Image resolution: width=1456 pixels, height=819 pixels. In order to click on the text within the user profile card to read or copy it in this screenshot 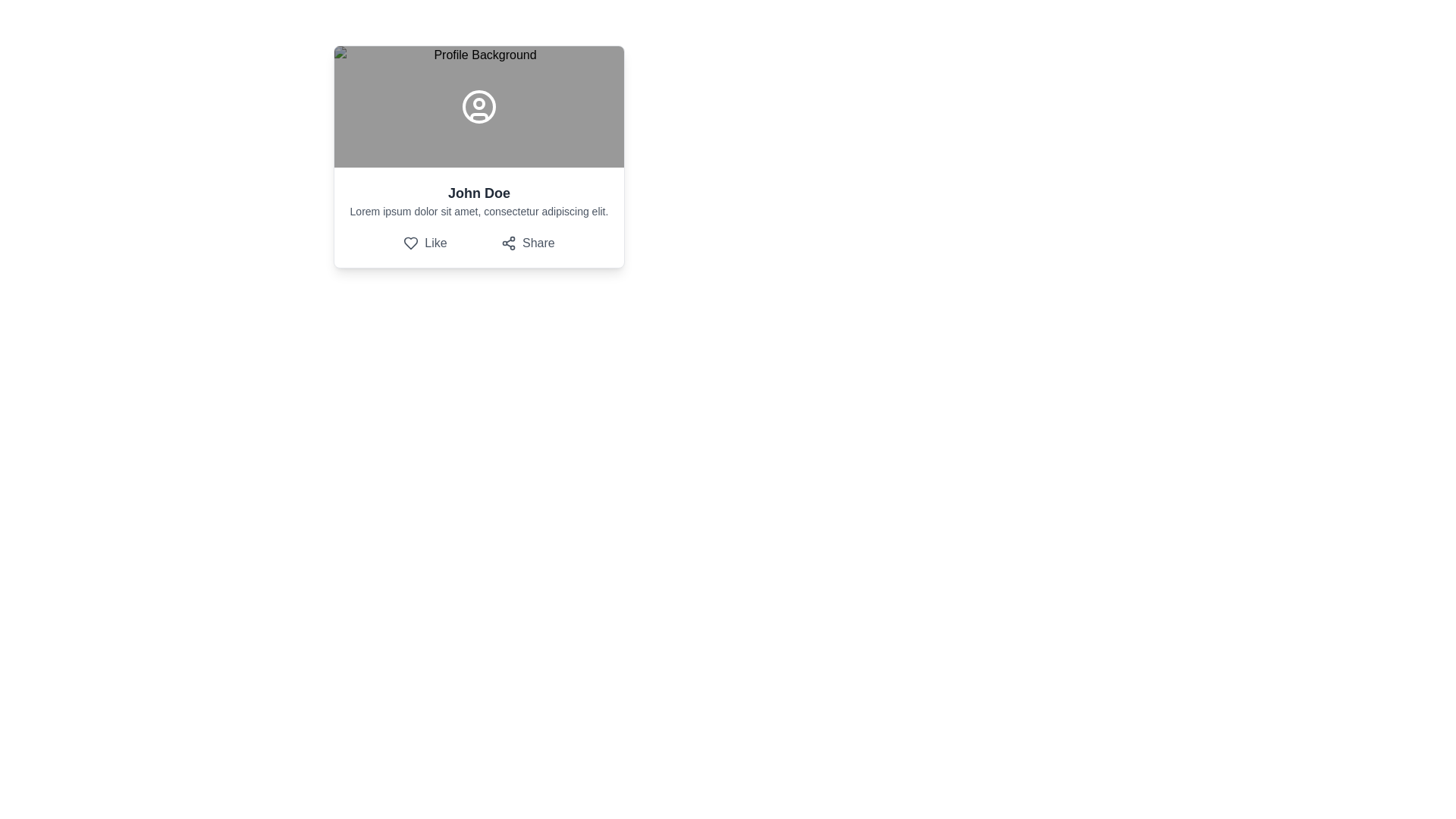, I will do `click(479, 217)`.